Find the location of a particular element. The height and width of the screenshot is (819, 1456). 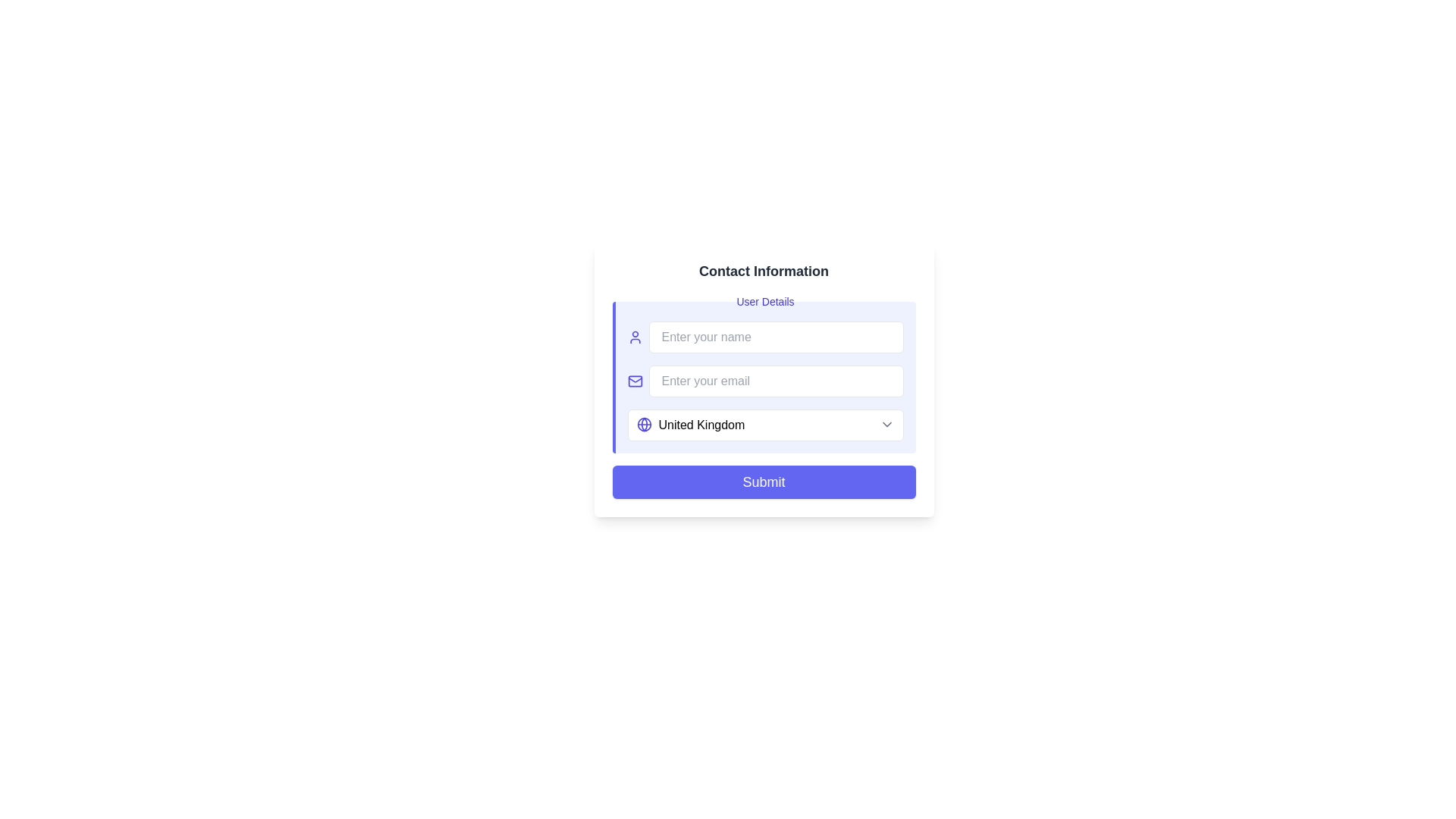

the decorative icon that visually represents the email input field in the 'Contact Information' form is located at coordinates (635, 380).